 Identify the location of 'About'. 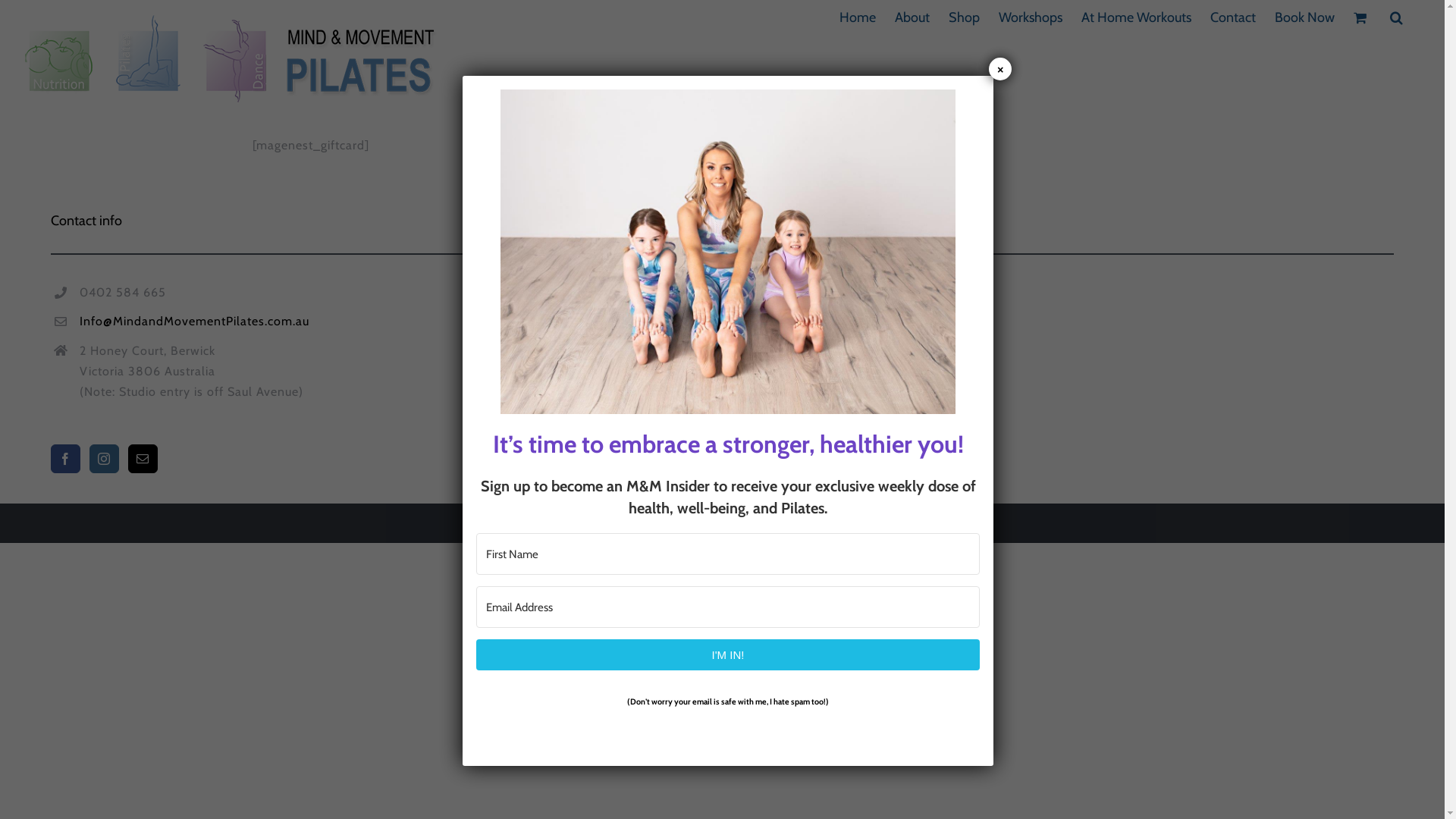
(912, 17).